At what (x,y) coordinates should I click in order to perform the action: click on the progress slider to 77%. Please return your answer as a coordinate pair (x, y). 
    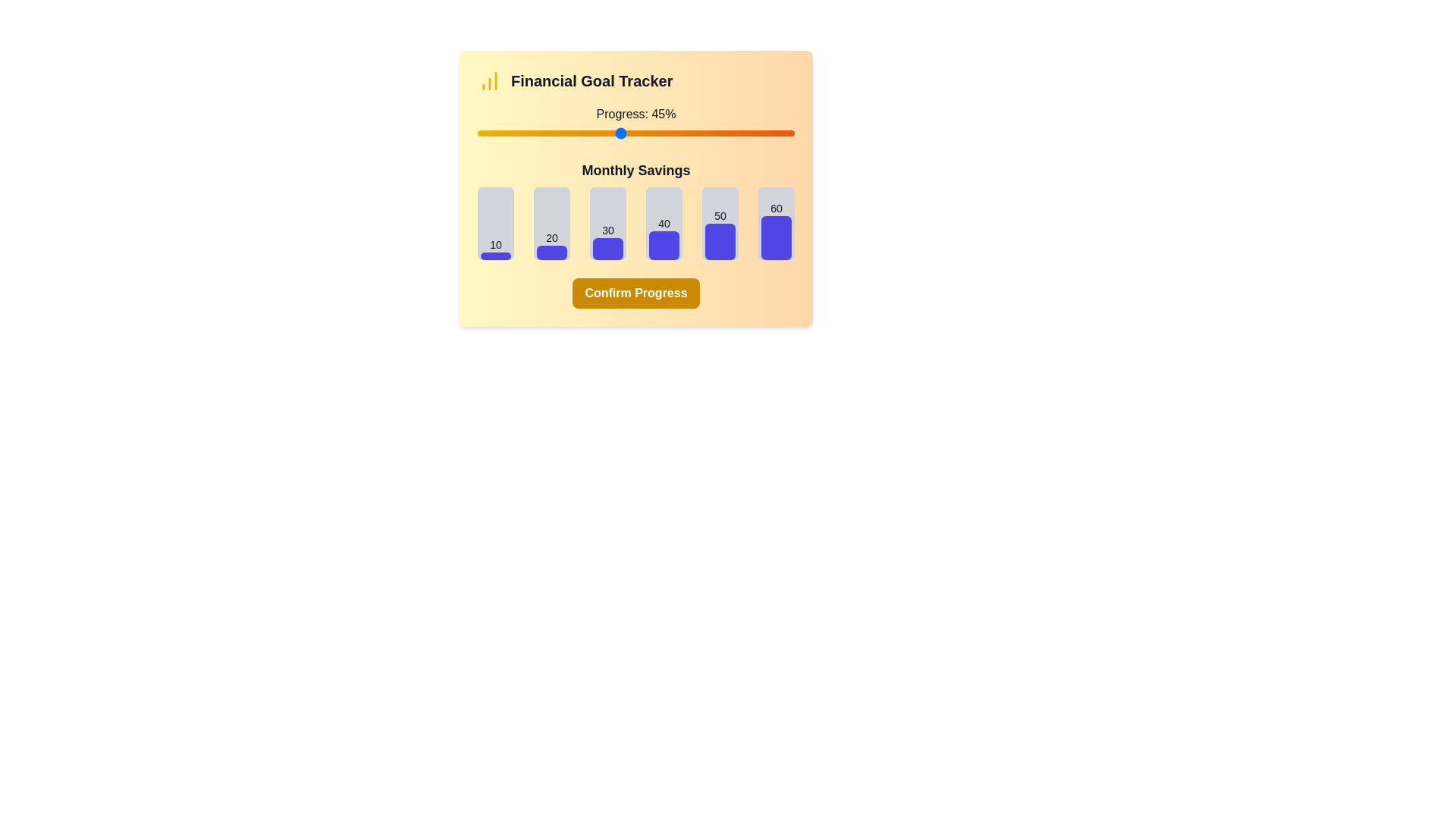
    Looking at the image, I should click on (720, 133).